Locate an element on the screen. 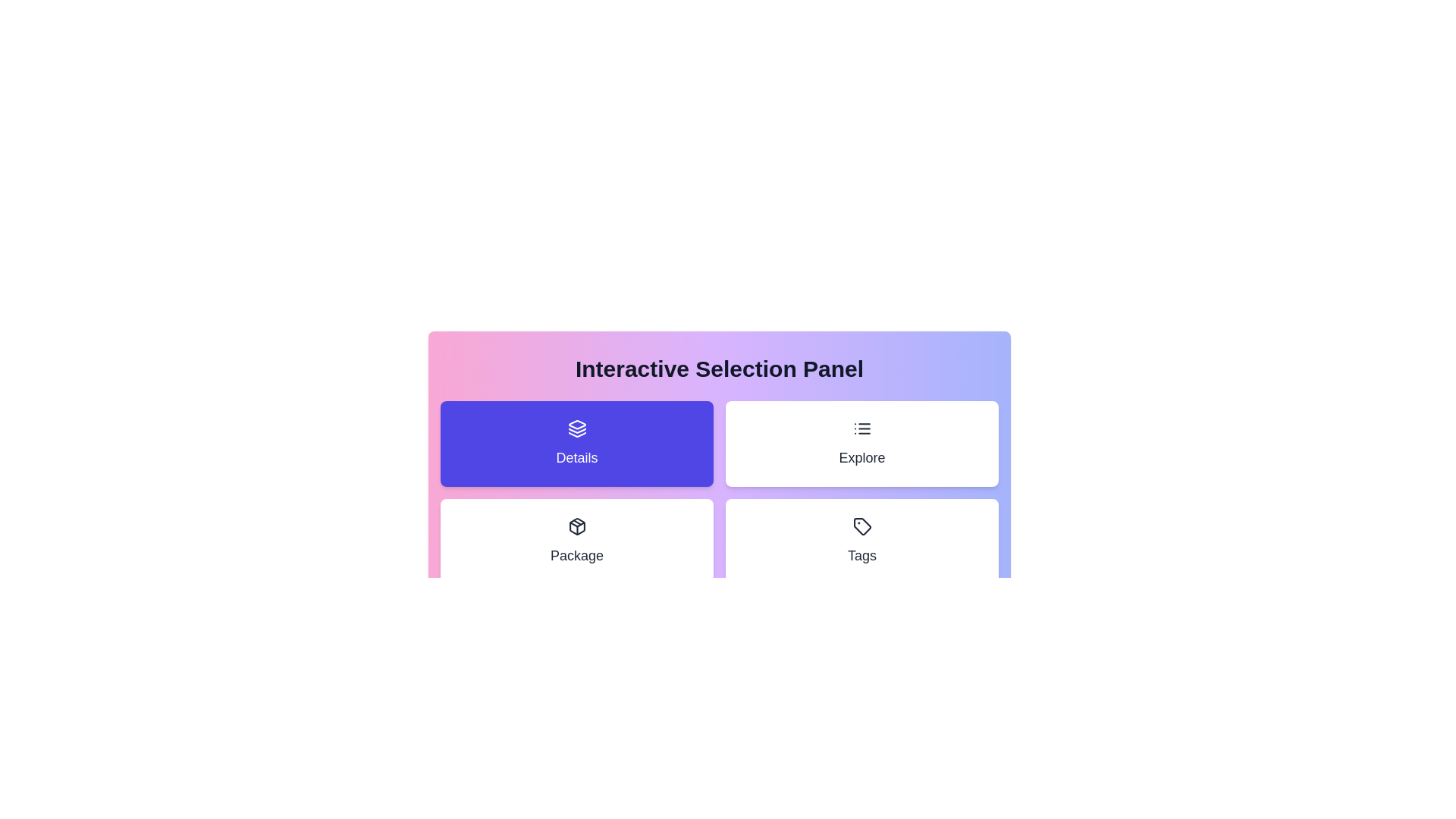 The width and height of the screenshot is (1456, 819). the static text label displaying the word 'Explore', which is located in the bottom of the top-right card in a two-by-two grid layout, below an icon illustrating a list is located at coordinates (862, 457).